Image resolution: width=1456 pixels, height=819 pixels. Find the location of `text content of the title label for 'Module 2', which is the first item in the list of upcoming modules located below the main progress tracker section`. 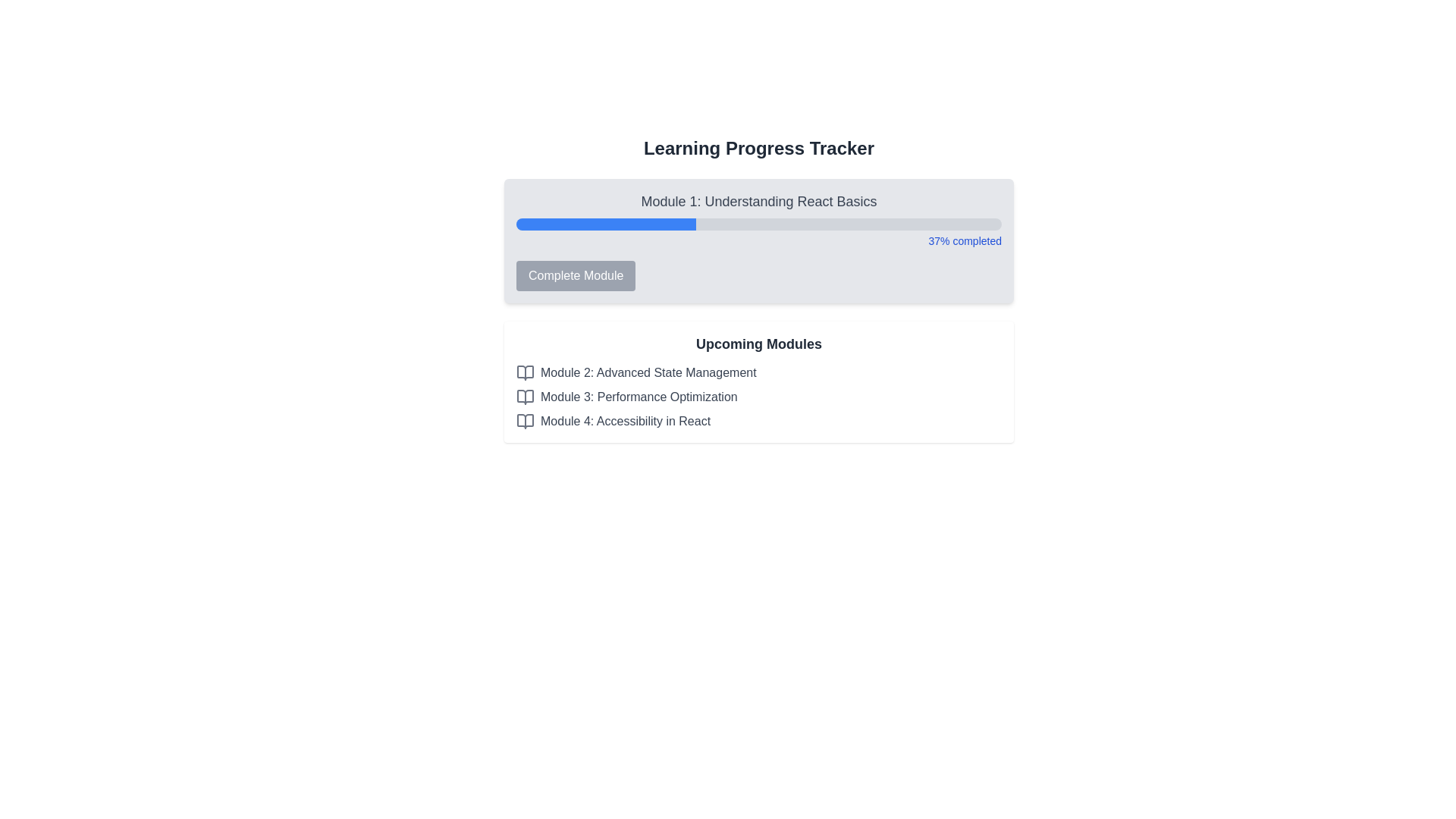

text content of the title label for 'Module 2', which is the first item in the list of upcoming modules located below the main progress tracker section is located at coordinates (648, 373).